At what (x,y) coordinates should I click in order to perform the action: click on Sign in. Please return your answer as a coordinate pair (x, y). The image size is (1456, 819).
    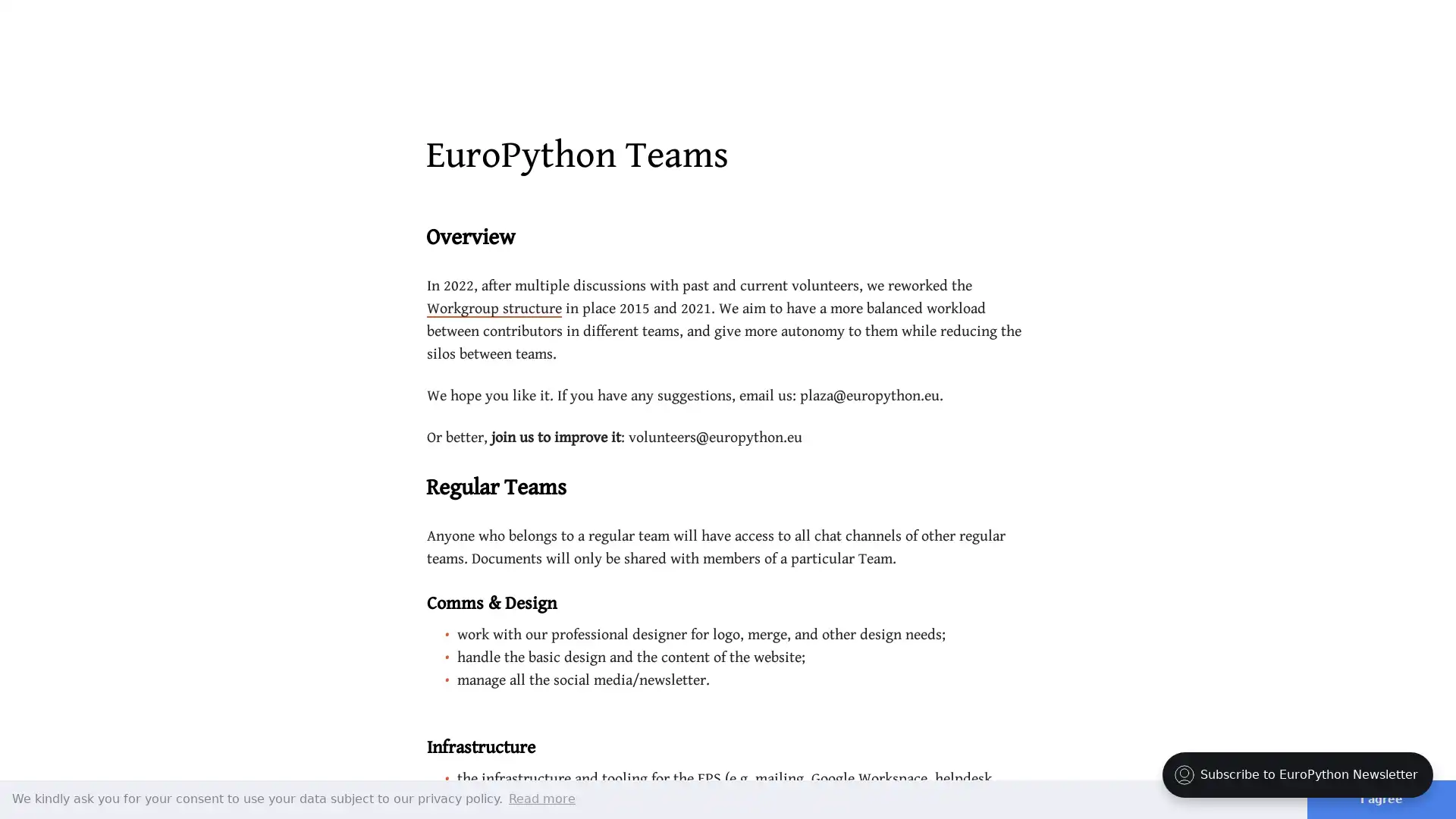
    Looking at the image, I should click on (1335, 30).